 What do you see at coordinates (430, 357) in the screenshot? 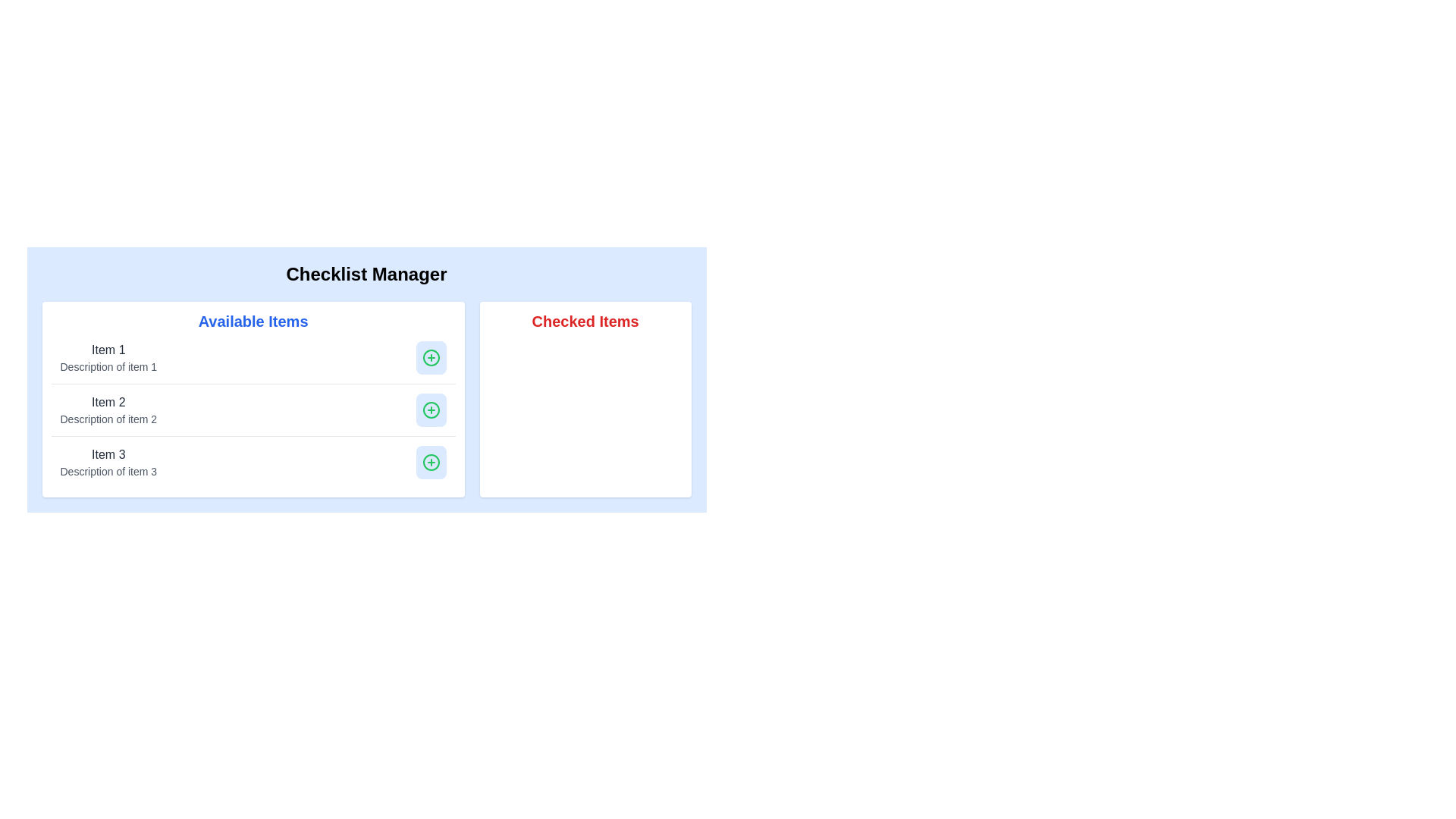
I see `the first circular button located to the right of the 'Item 1' text in the 'Available Items' section of the 'Checklist Manager' to trigger the hover styling` at bounding box center [430, 357].